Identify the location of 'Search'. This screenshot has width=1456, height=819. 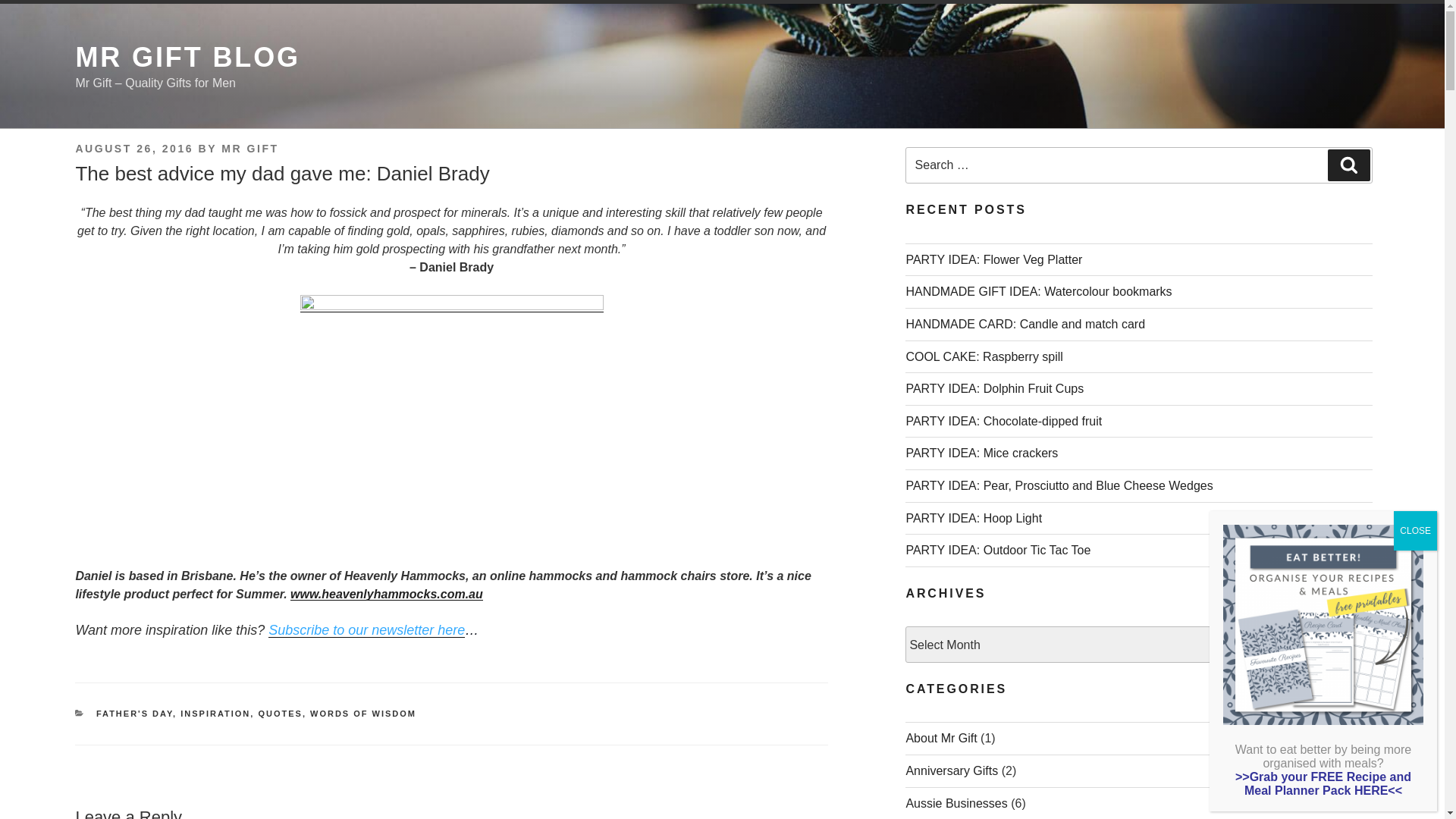
(1349, 165).